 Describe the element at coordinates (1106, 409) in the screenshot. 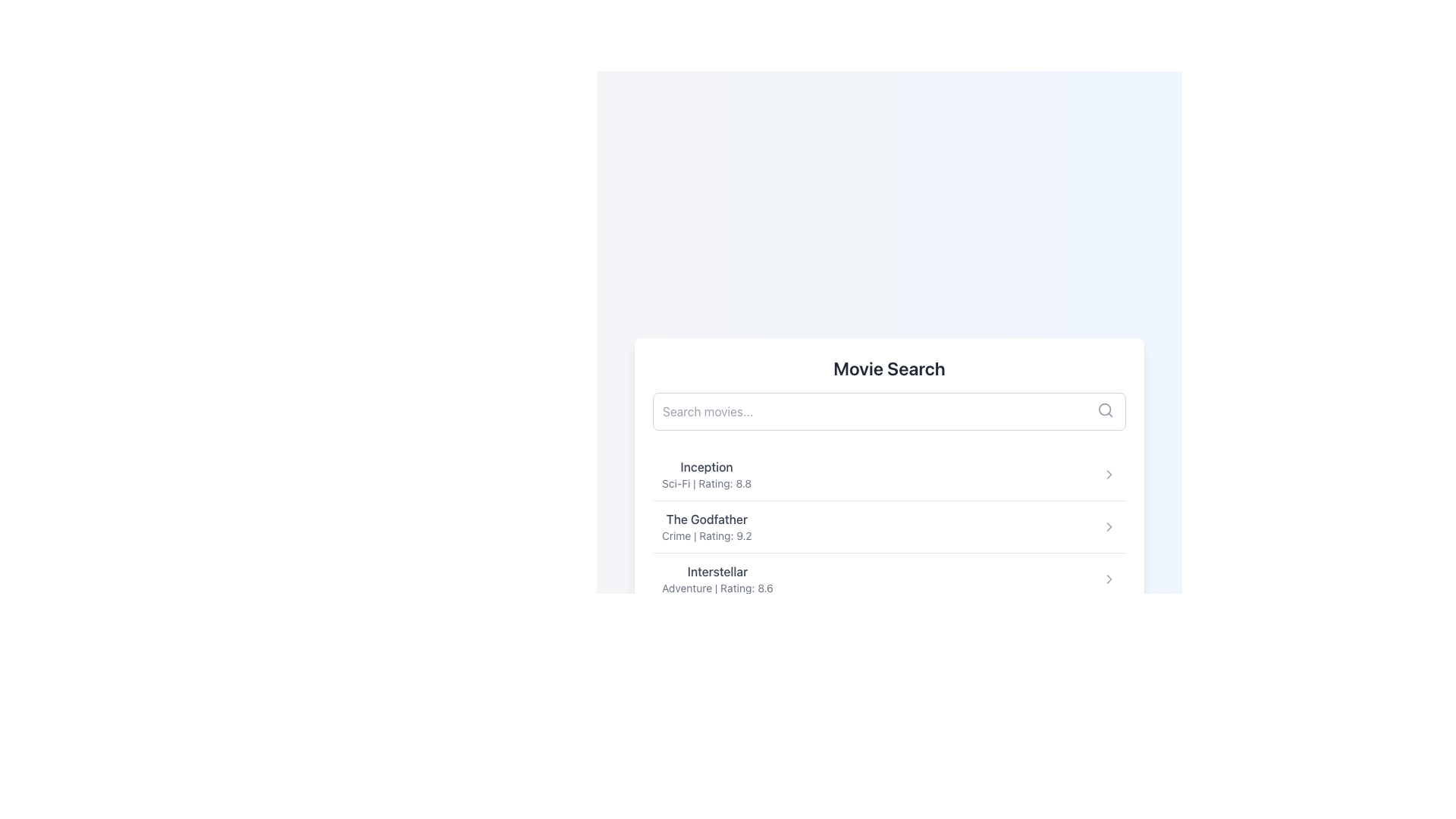

I see `the small light gray magnifying glass icon located at the end of the 'Search movies...' input field to initiate a search` at that location.